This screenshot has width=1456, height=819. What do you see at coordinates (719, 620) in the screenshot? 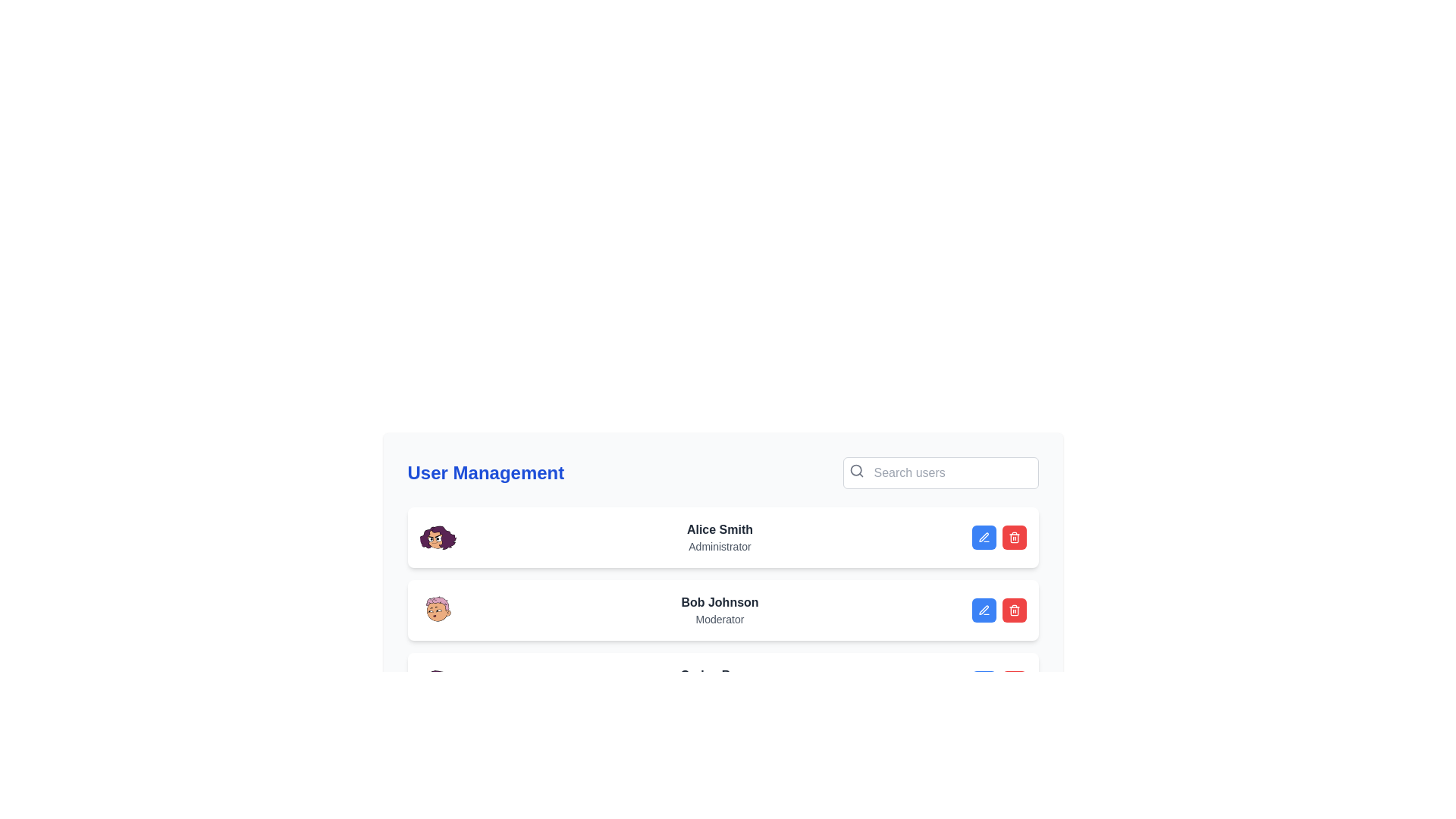
I see `the static text label reading 'Moderator' located directly below the name 'Bob Johnson'` at bounding box center [719, 620].